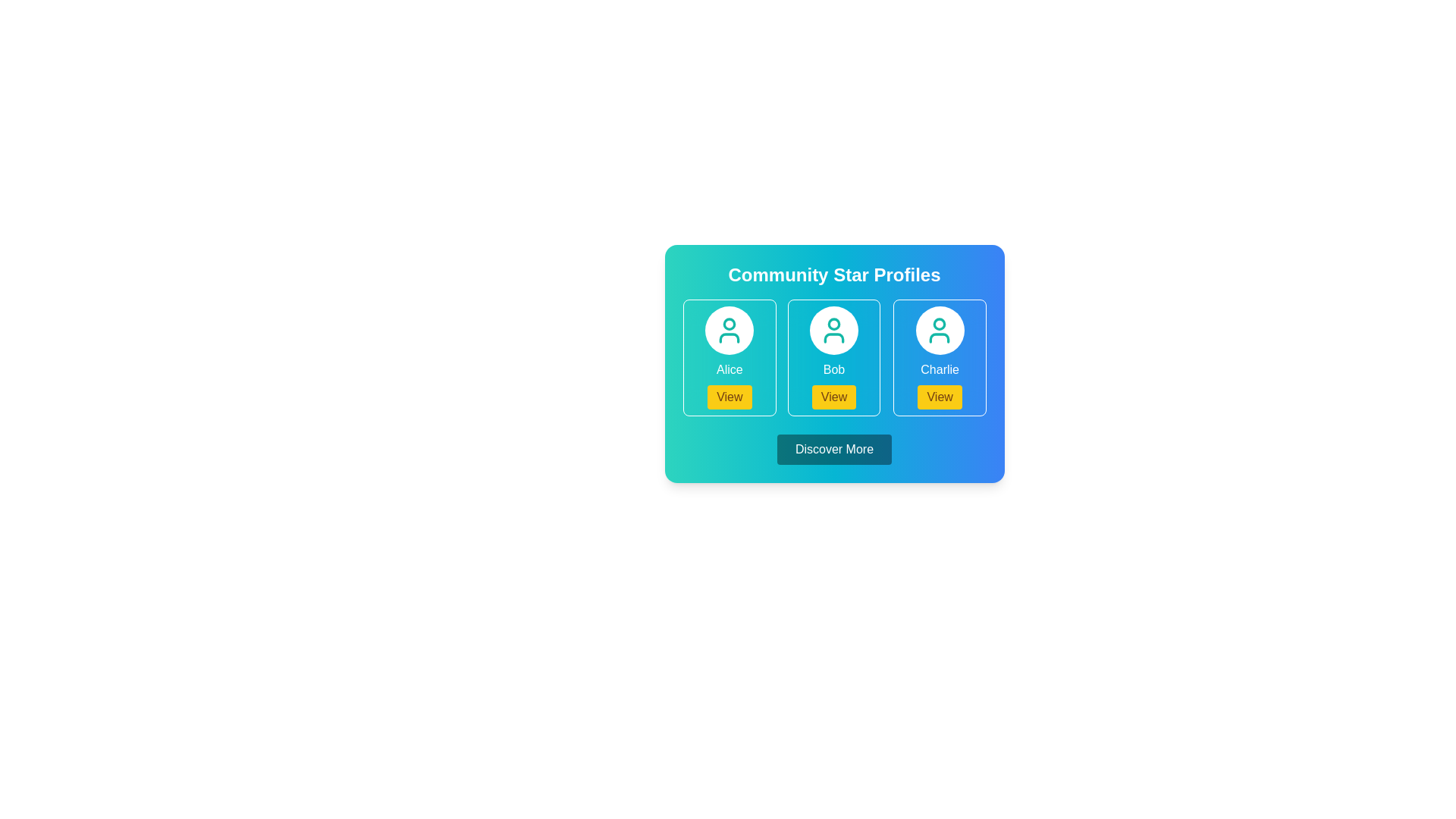 The width and height of the screenshot is (1456, 819). Describe the element at coordinates (833, 397) in the screenshot. I see `the button with a yellow background and the text 'View' in dark brown font, located beneath the label 'Bob'` at that location.